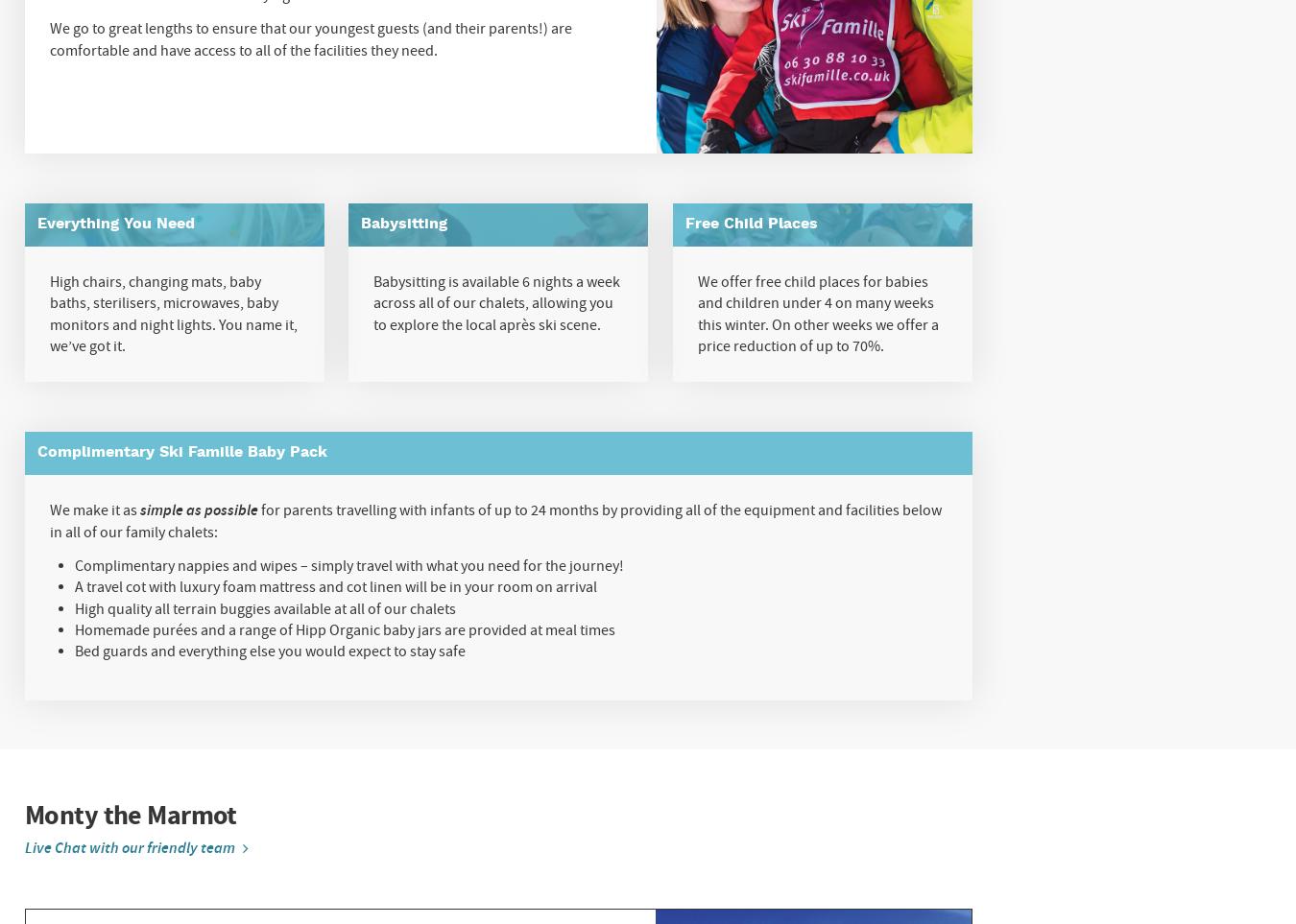 The image size is (1296, 924). I want to click on 'Babysitting', so click(360, 224).